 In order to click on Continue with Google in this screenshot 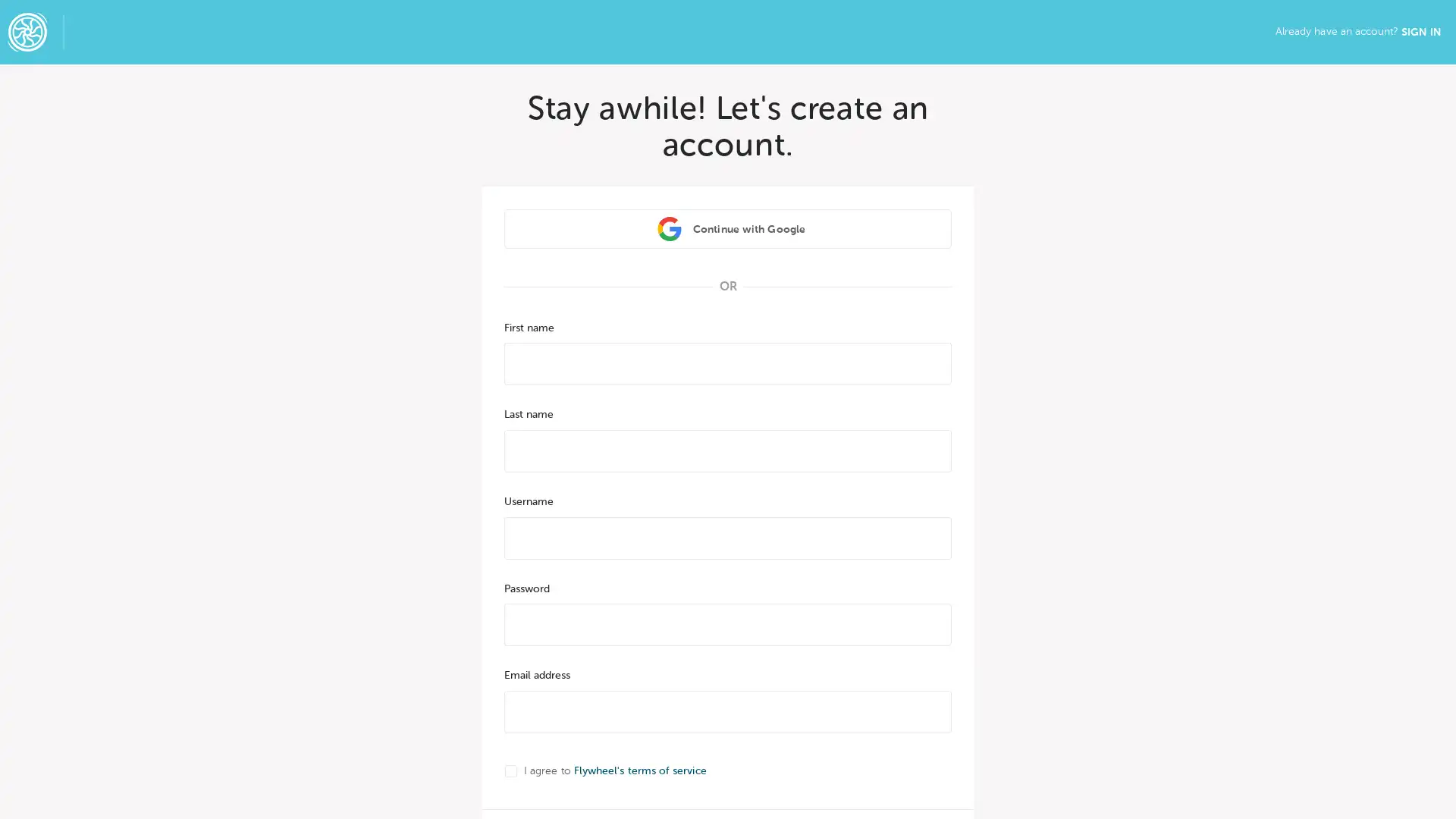, I will do `click(728, 227)`.